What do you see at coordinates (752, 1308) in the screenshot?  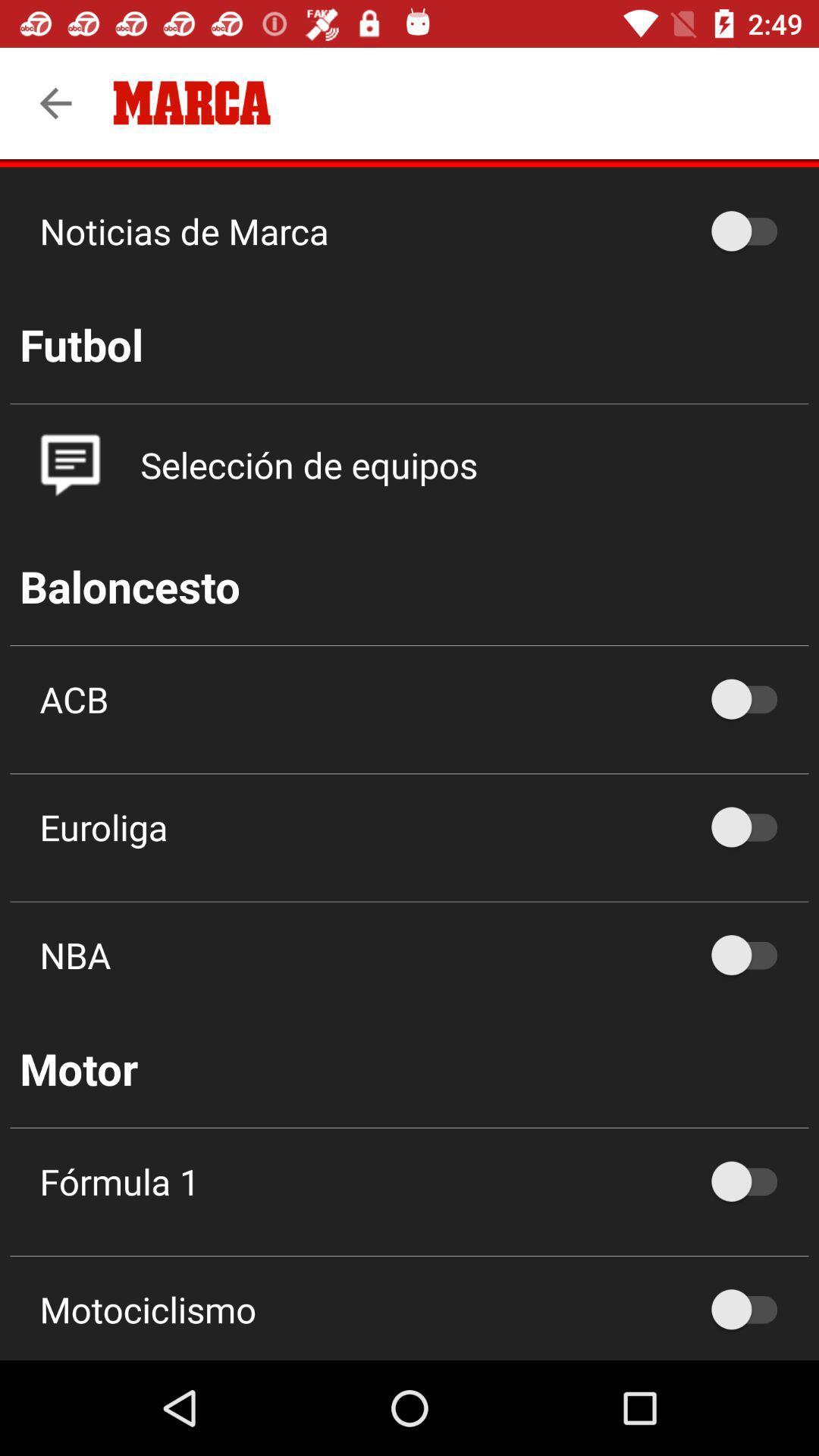 I see `the off option` at bounding box center [752, 1308].